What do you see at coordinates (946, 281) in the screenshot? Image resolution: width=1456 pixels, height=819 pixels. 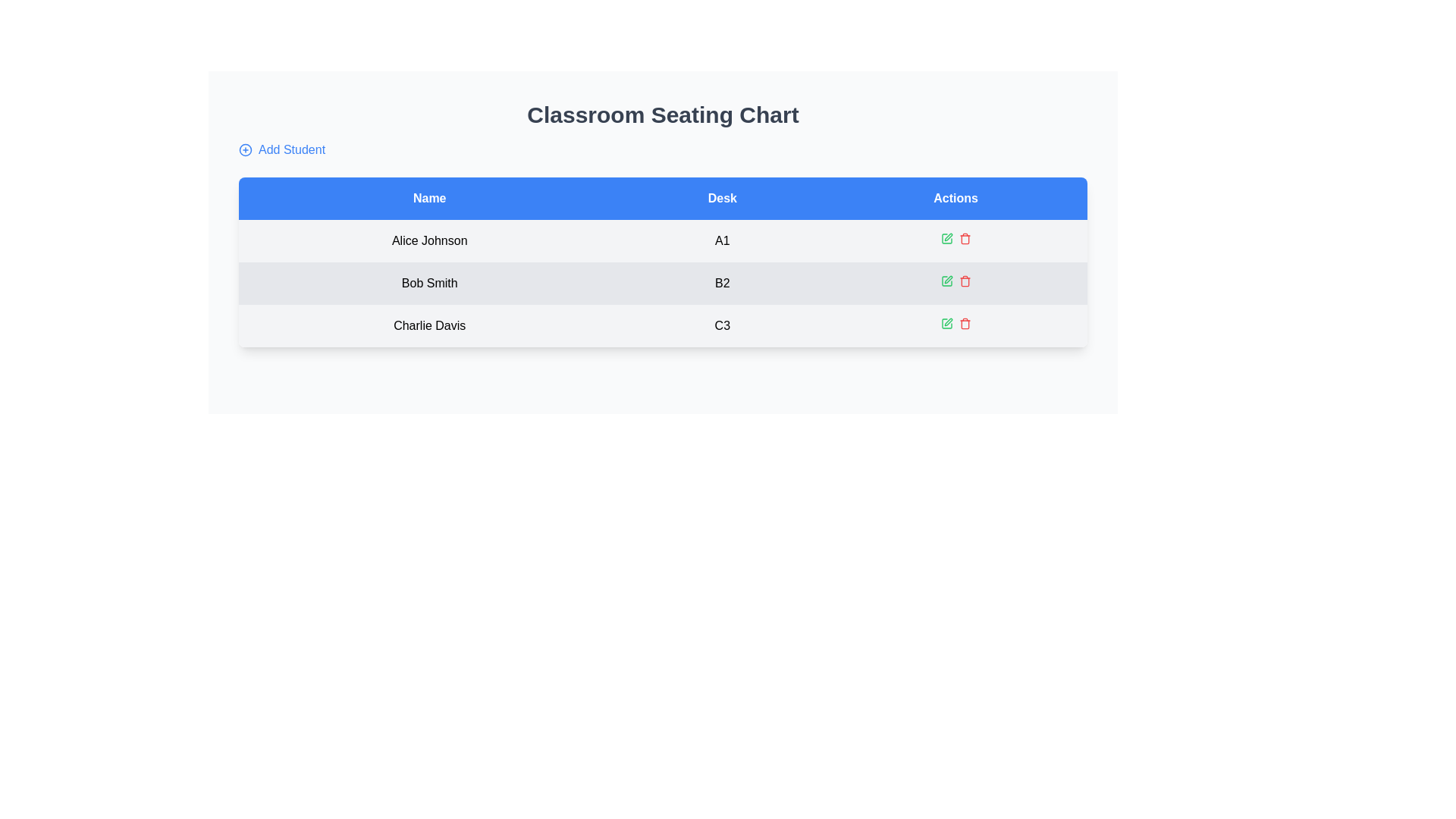 I see `the edit icon, which is a graphical square with a pen symbol, located in the 'Actions' column of the second row of the table` at bounding box center [946, 281].